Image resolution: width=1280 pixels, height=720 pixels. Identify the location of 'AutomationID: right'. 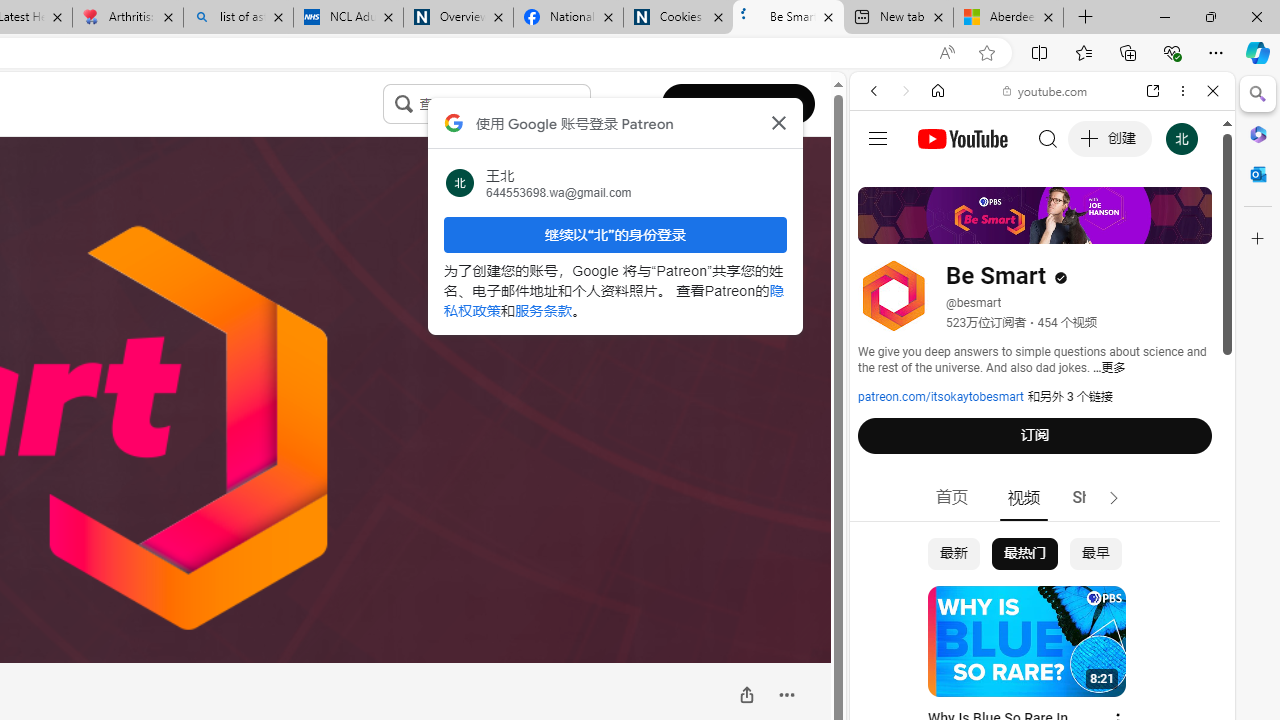
(1113, 497).